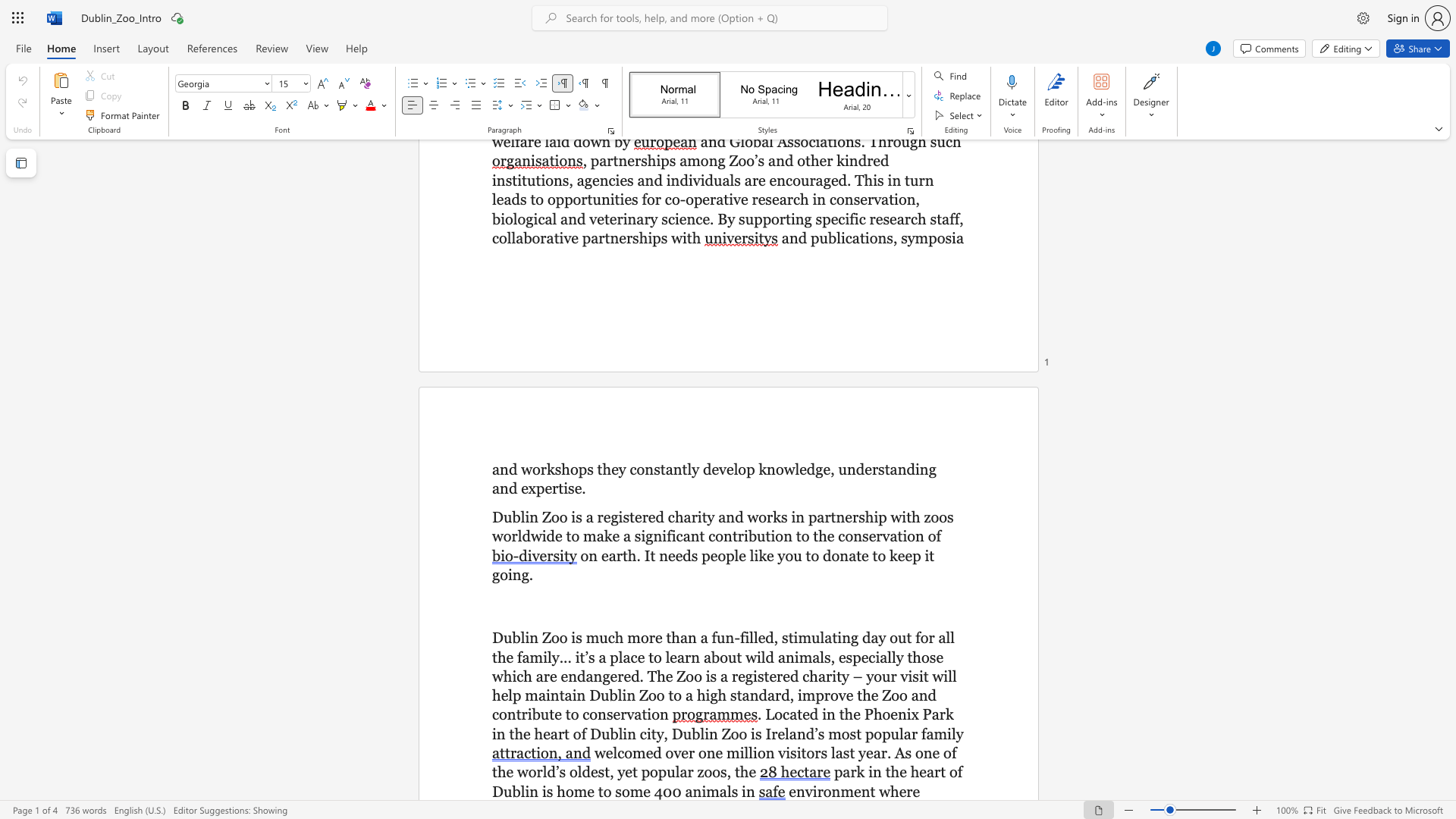 This screenshot has width=1456, height=819. I want to click on the subset text "they constantly" within the text "and workshops they constantly develo", so click(596, 468).